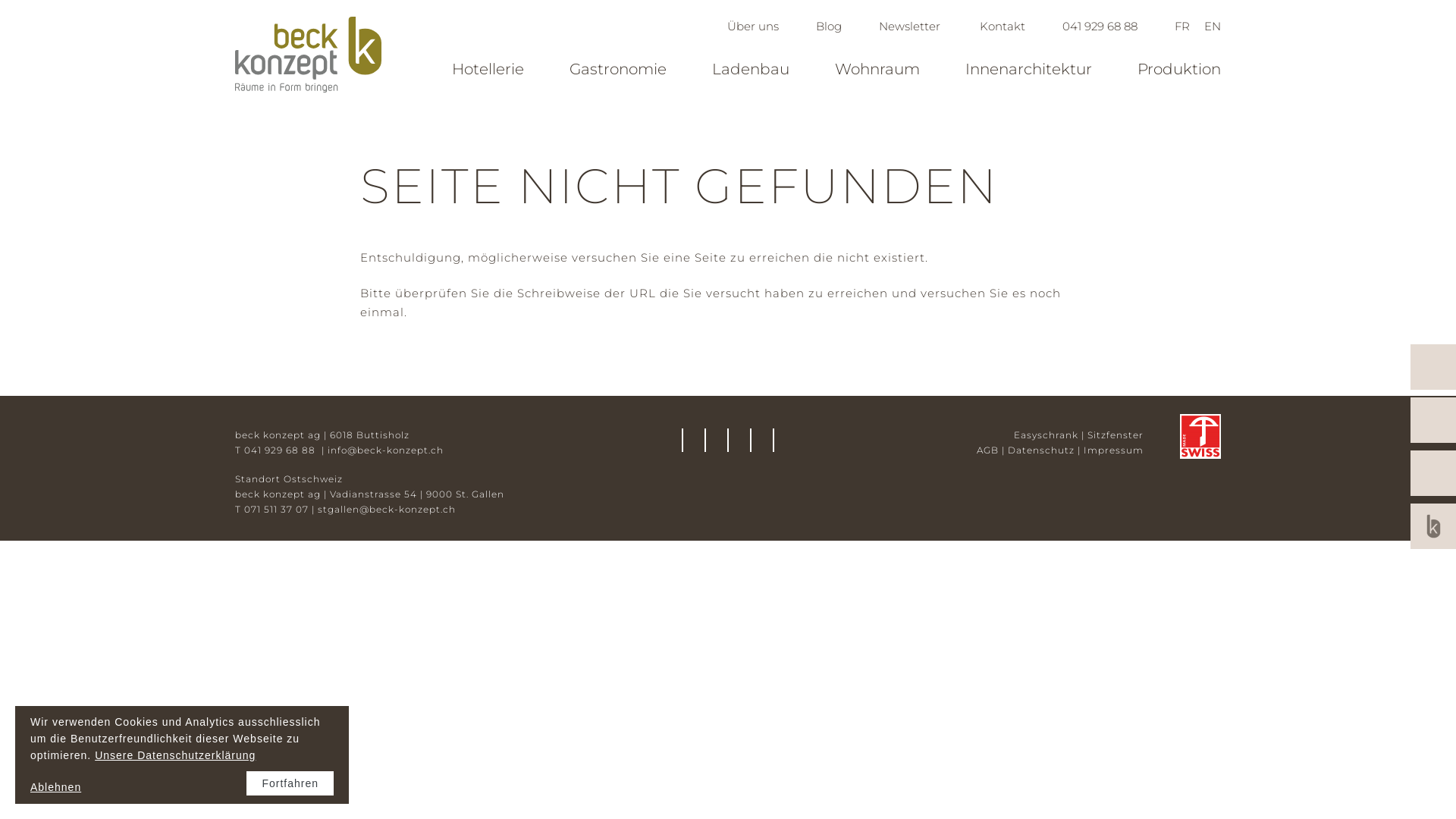  I want to click on 'Blog', so click(828, 26).